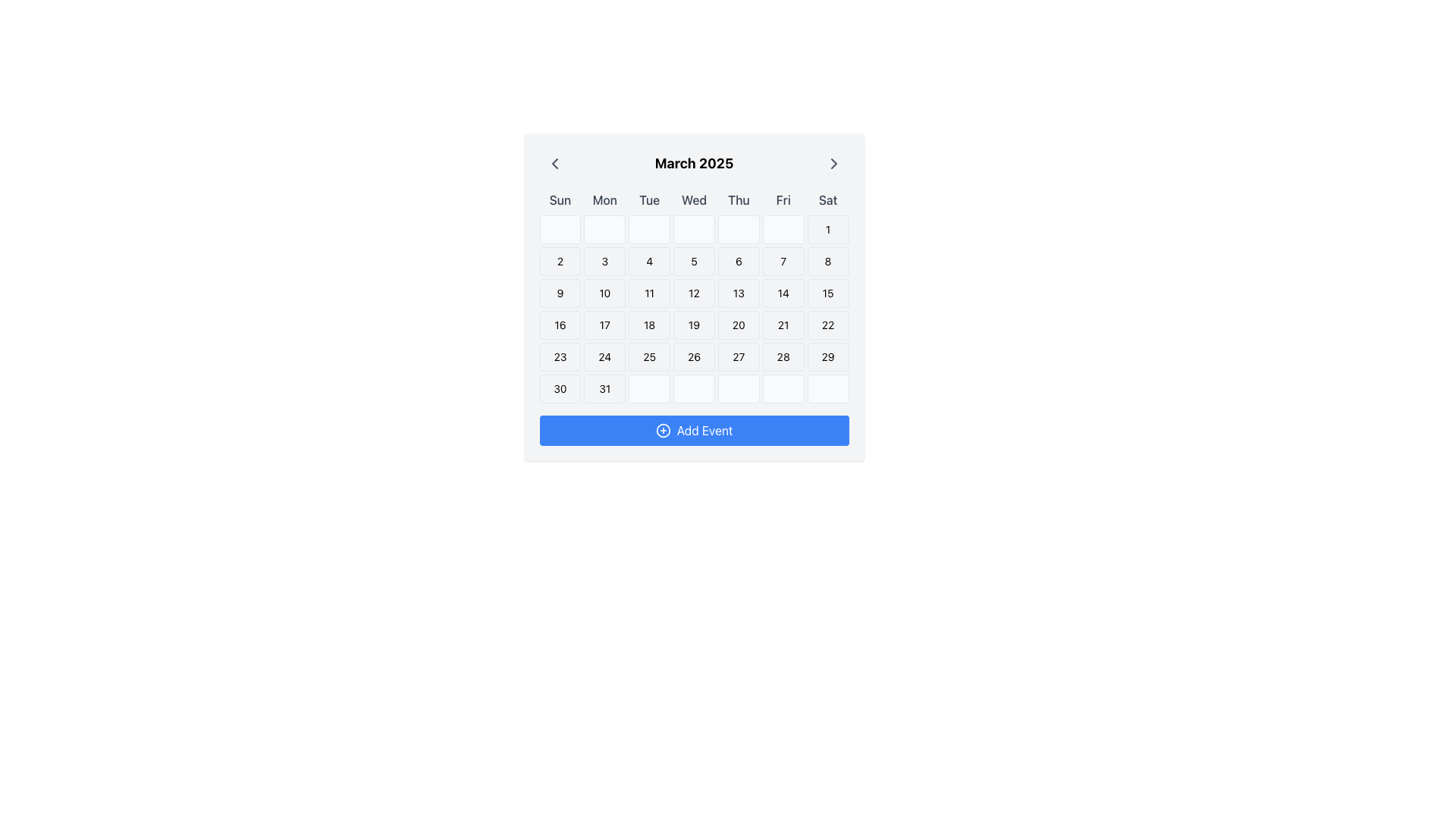 This screenshot has width=1456, height=819. What do you see at coordinates (649, 356) in the screenshot?
I see `the calendar button representing the 25th day` at bounding box center [649, 356].